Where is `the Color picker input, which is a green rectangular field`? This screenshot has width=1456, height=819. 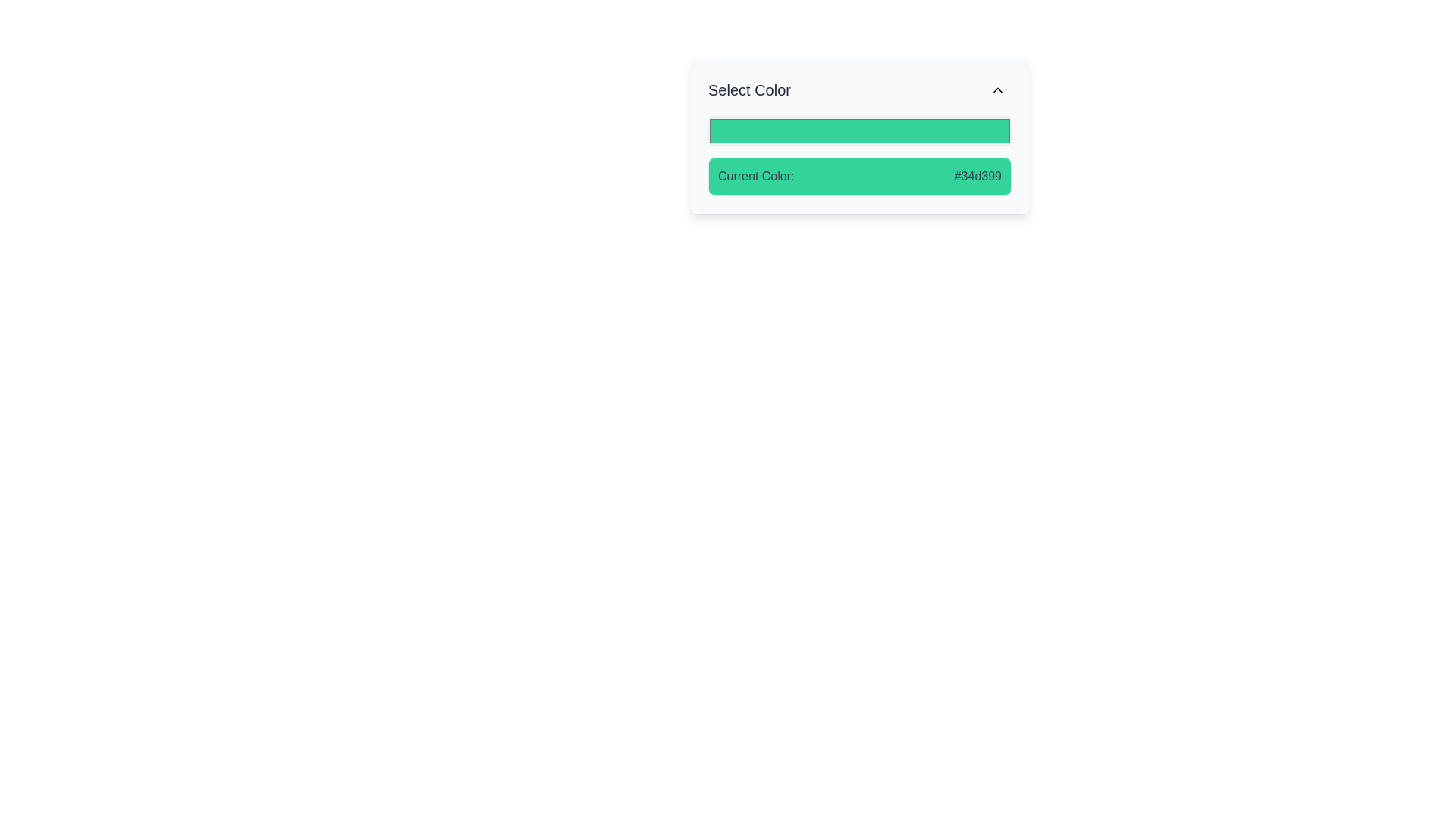 the Color picker input, which is a green rectangular field is located at coordinates (859, 130).